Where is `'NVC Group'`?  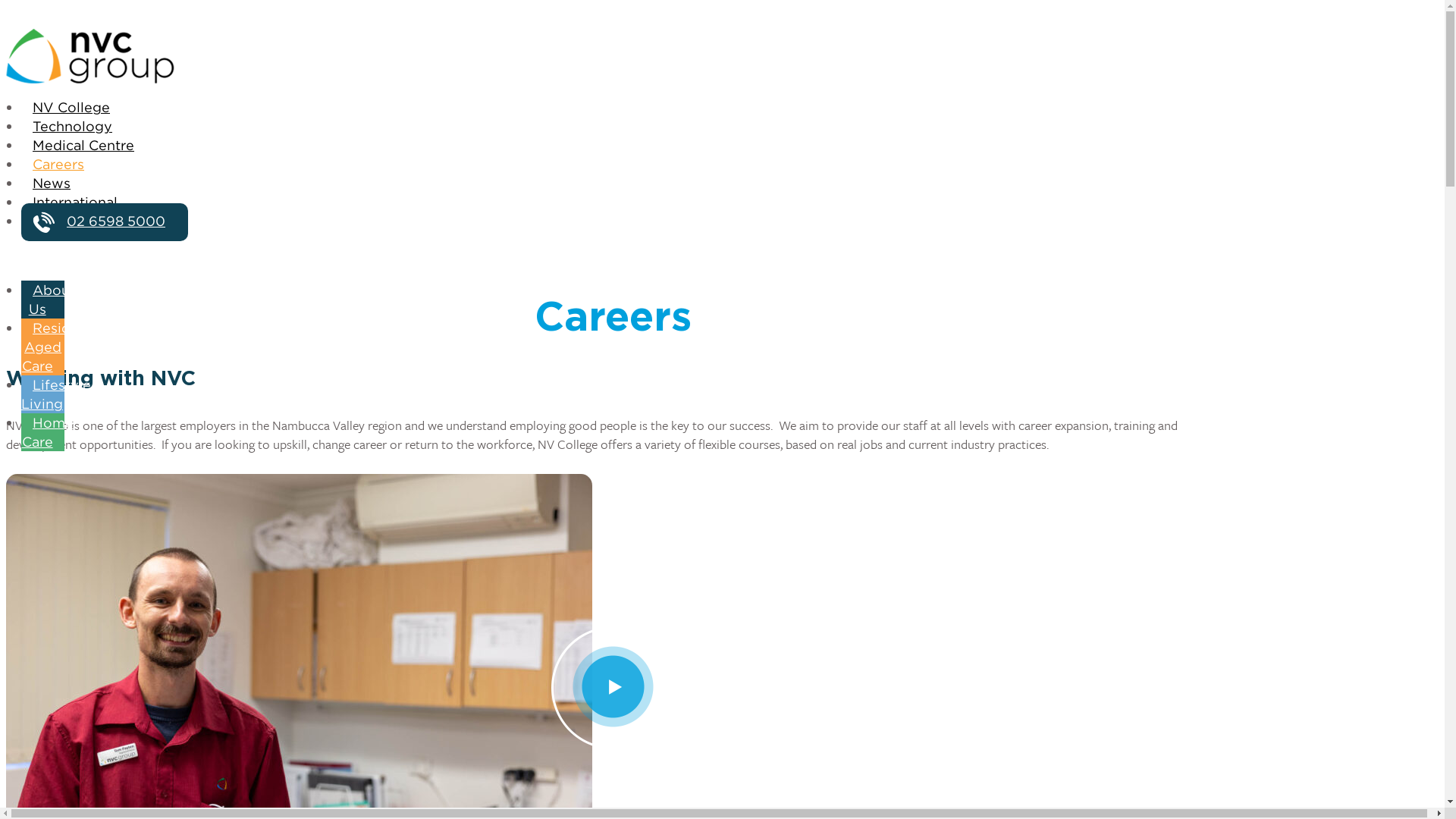
'NVC Group' is located at coordinates (612, 55).